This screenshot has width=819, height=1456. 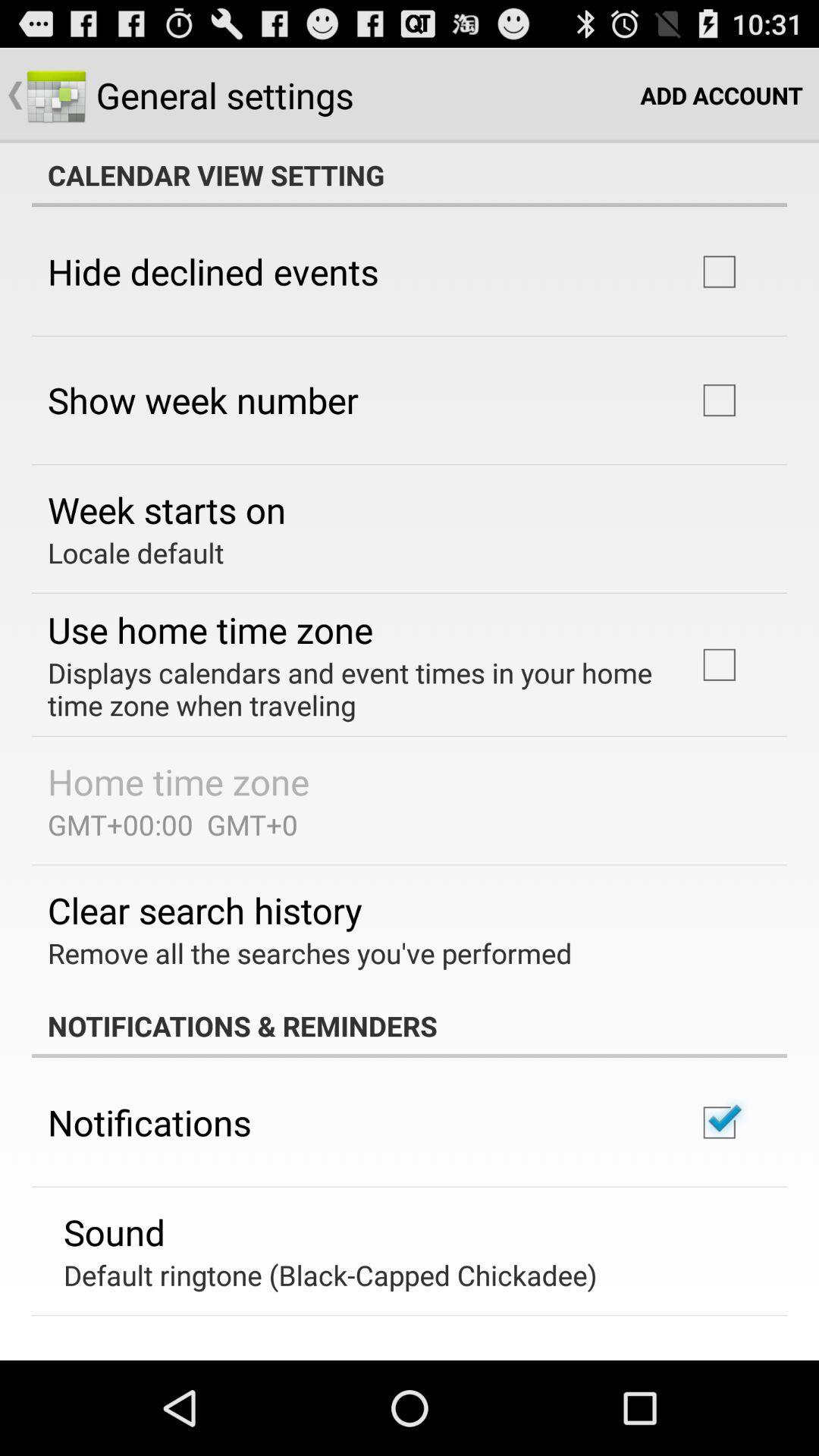 What do you see at coordinates (329, 1274) in the screenshot?
I see `app below the sound item` at bounding box center [329, 1274].